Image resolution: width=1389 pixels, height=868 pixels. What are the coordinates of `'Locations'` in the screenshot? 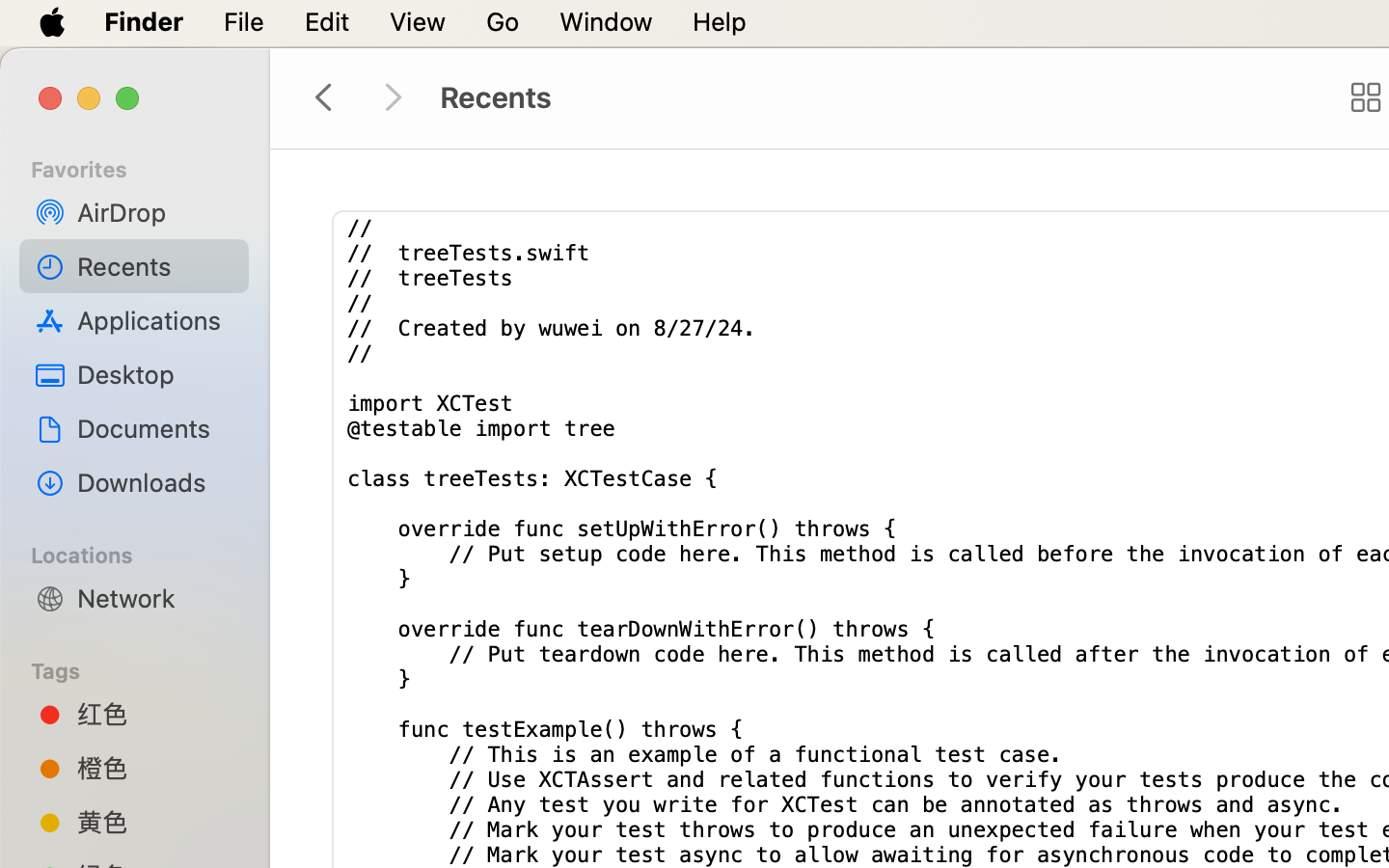 It's located at (145, 553).